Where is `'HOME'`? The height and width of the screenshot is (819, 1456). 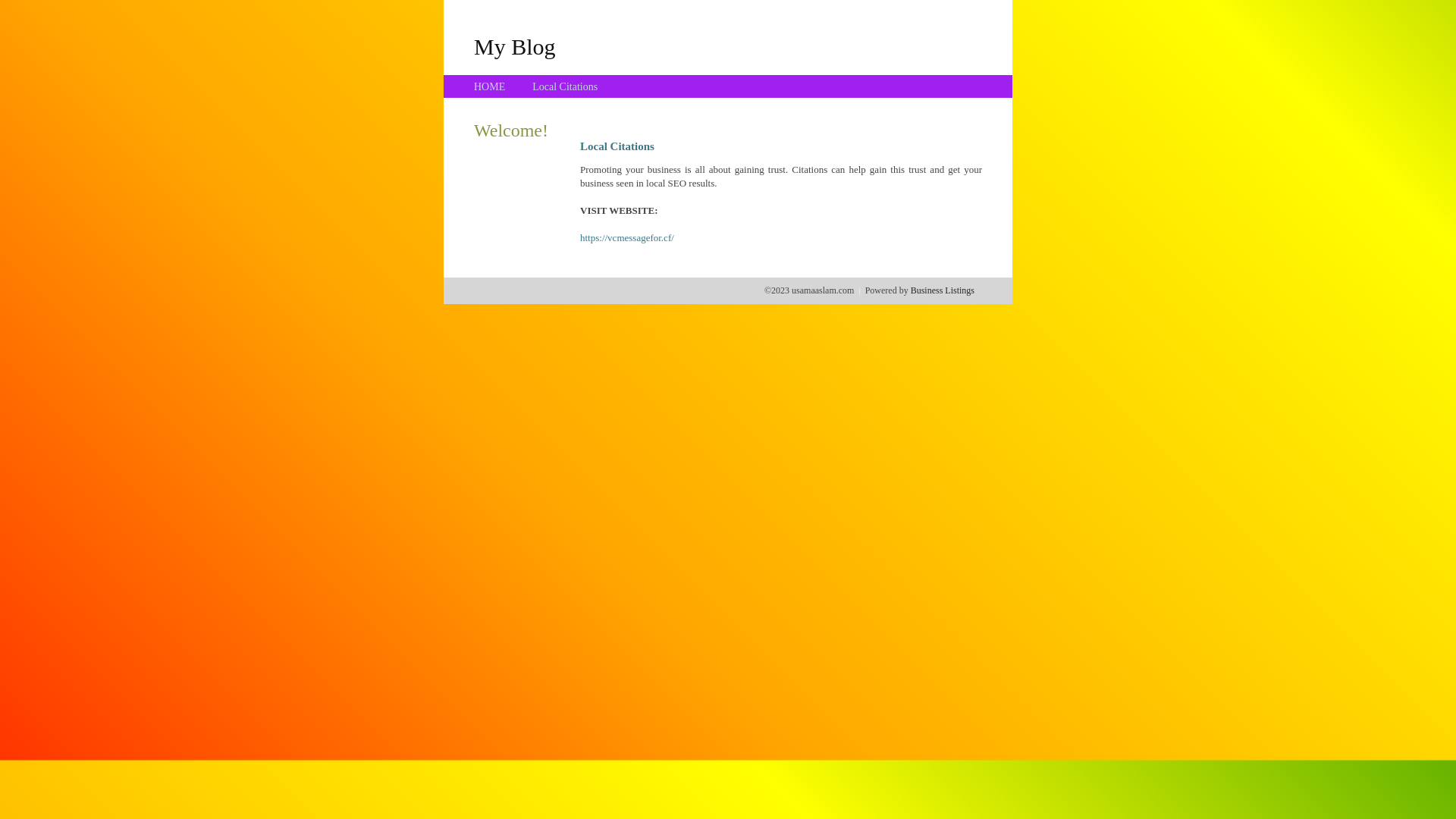 'HOME' is located at coordinates (489, 86).